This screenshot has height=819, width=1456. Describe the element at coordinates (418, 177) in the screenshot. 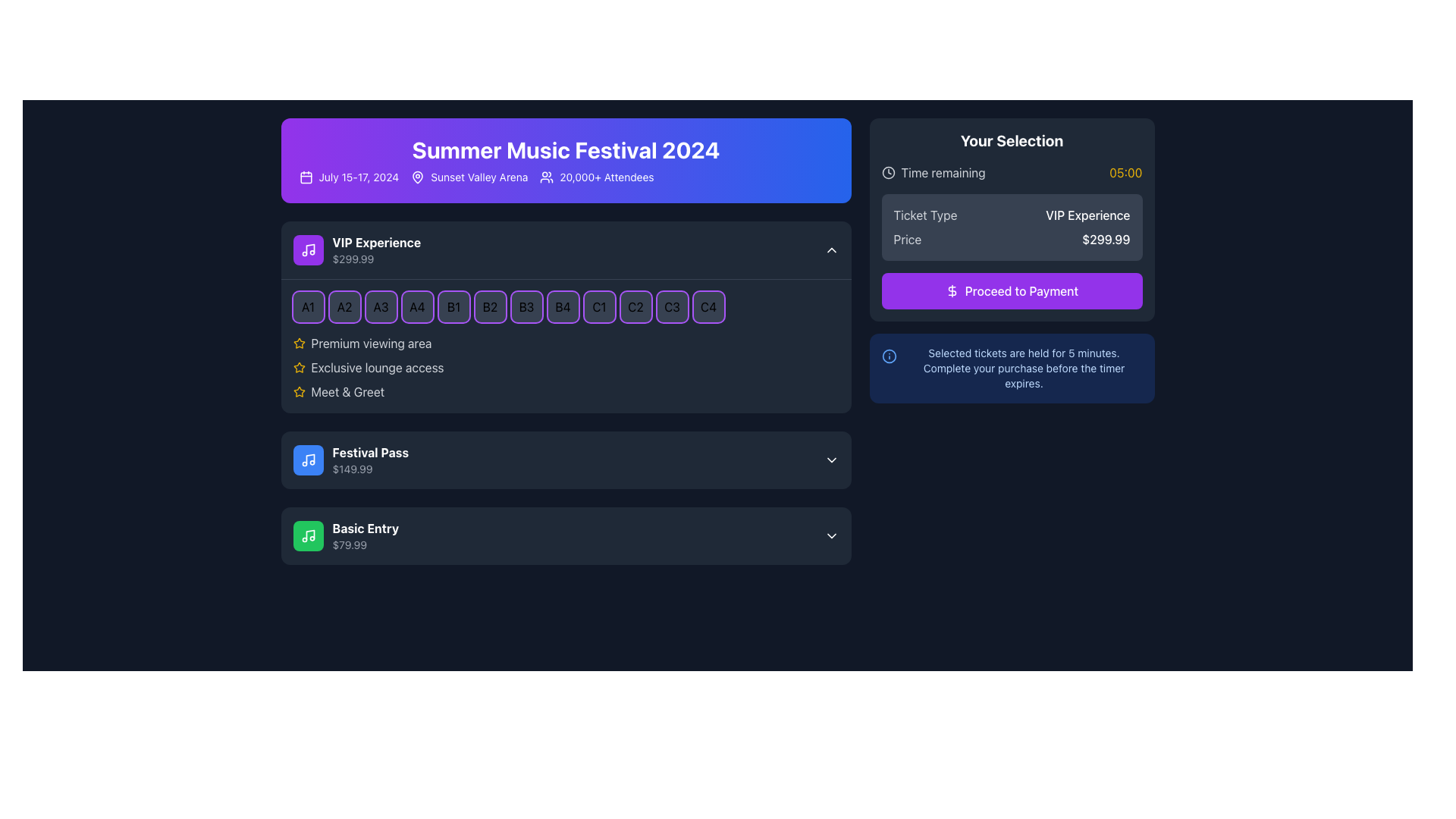

I see `the map pin icon representing the location of 'Sunset Valley Arena' above the 'Summer Music Festival 2024' heading` at that location.